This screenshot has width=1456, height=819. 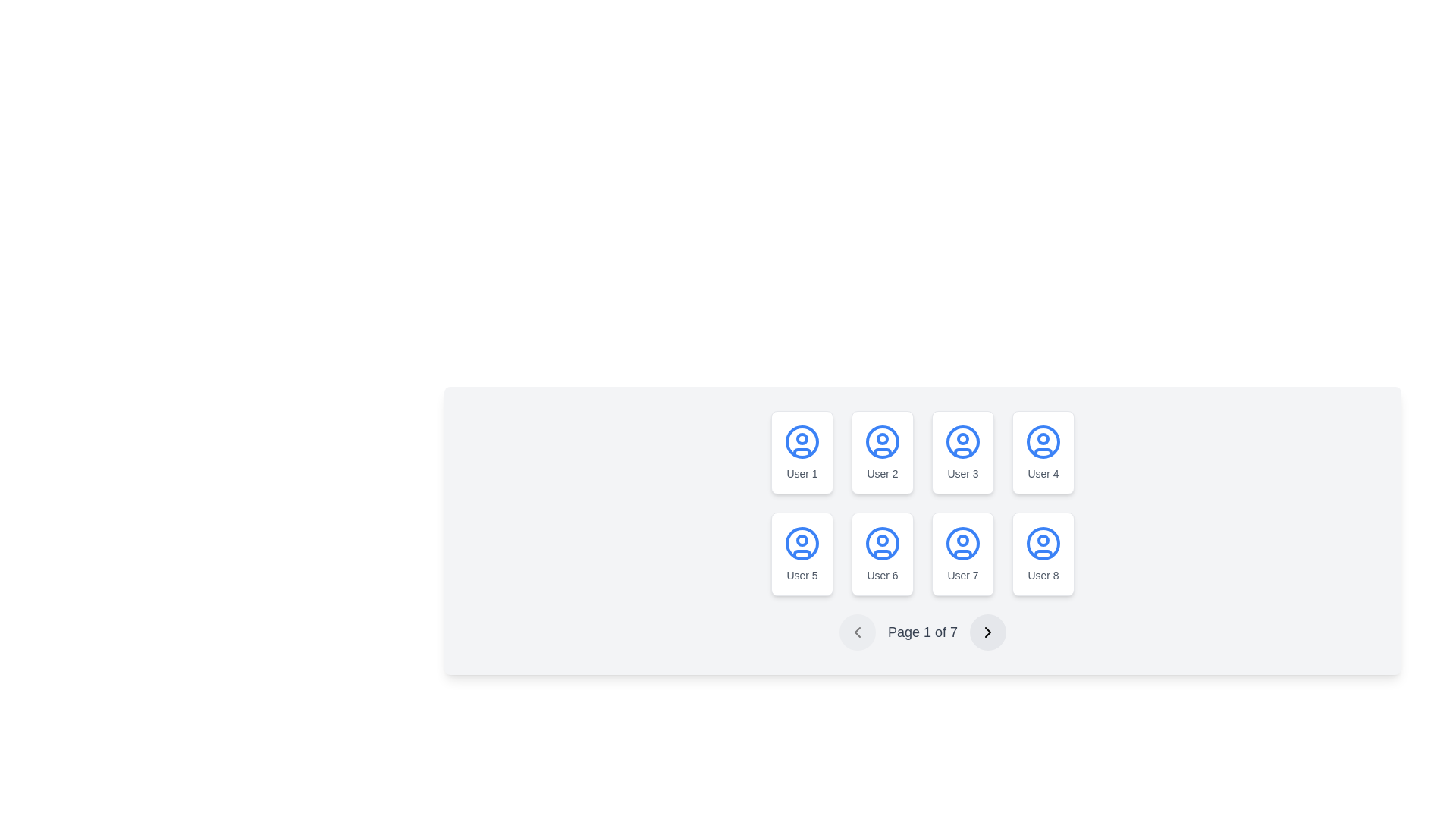 What do you see at coordinates (882, 438) in the screenshot?
I see `the SVG Circle in the second user profile card located in the top row, second position from the left` at bounding box center [882, 438].